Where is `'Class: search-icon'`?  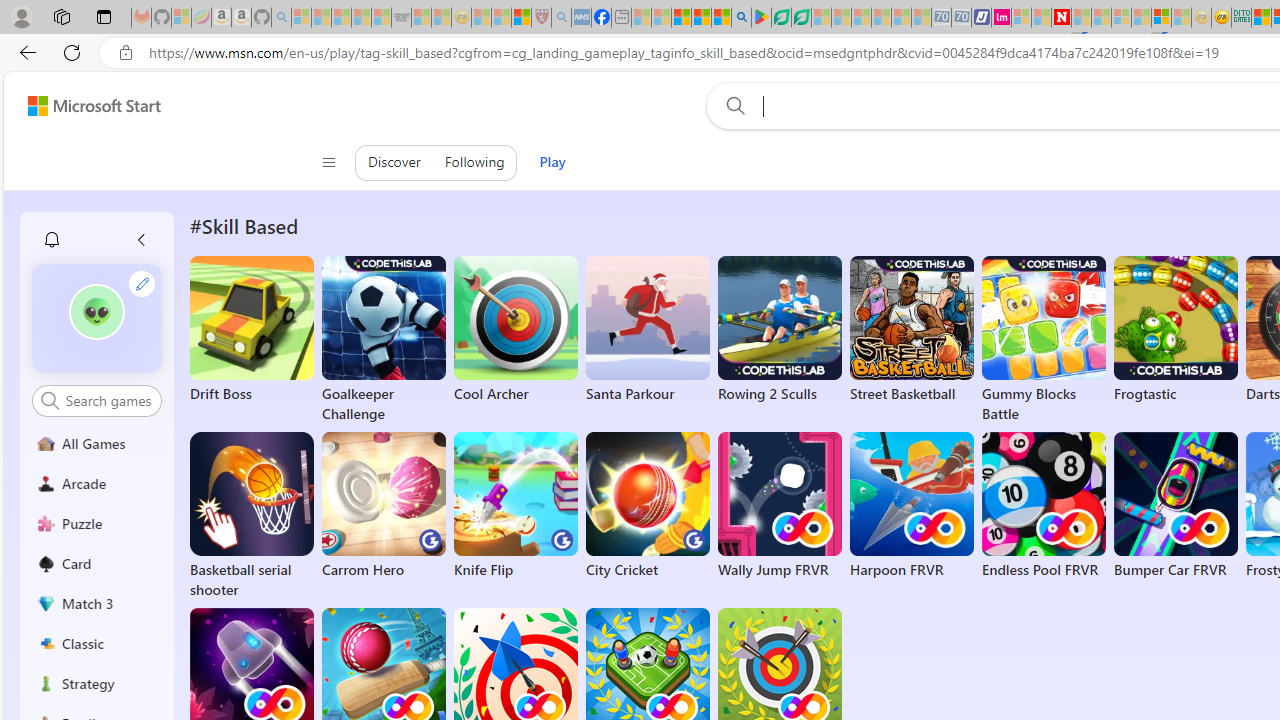
'Class: search-icon' is located at coordinates (50, 400).